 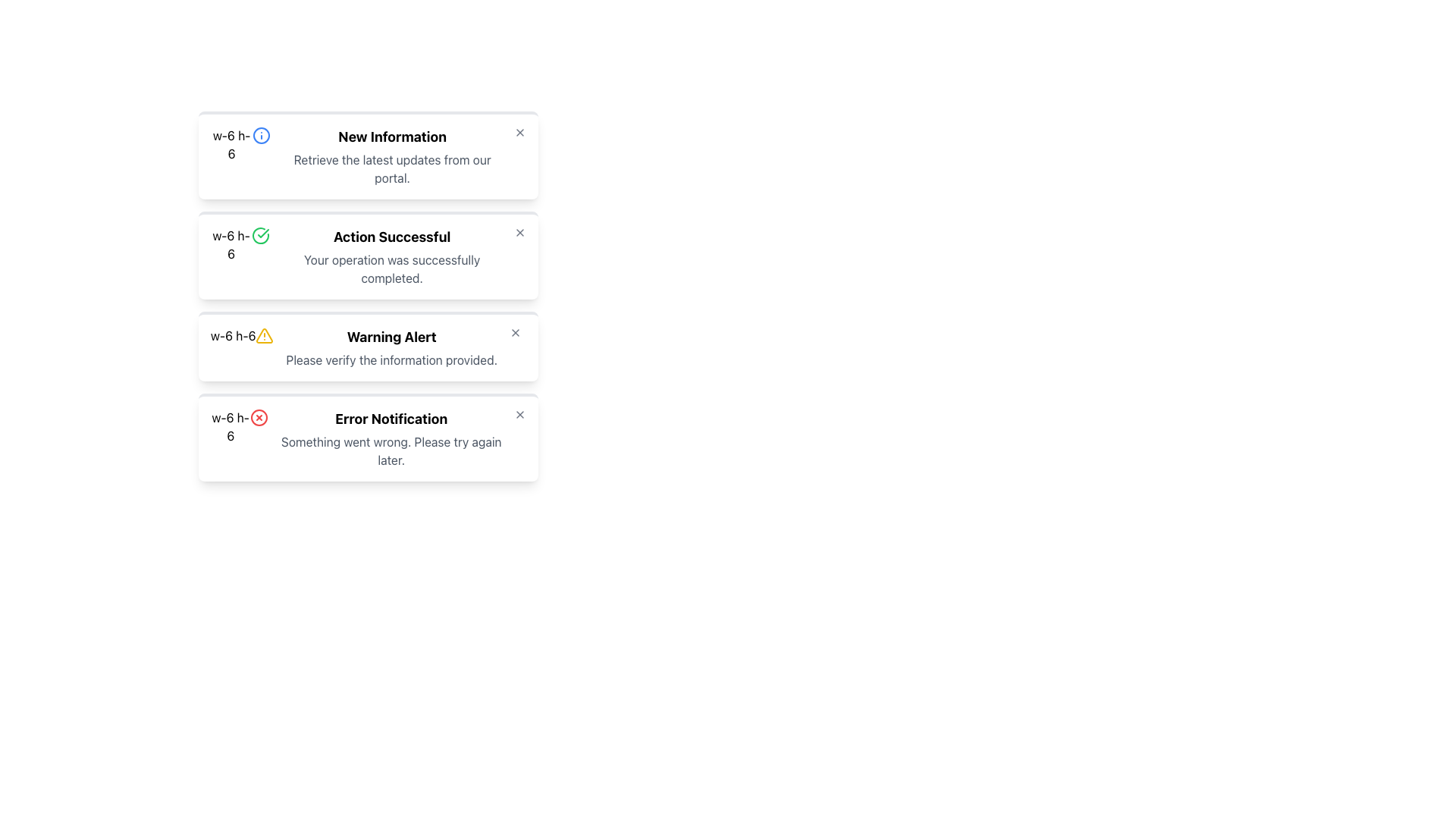 I want to click on error message displayed in the text display located below the 'Error Notification' title in the notification panel, so click(x=391, y=450).